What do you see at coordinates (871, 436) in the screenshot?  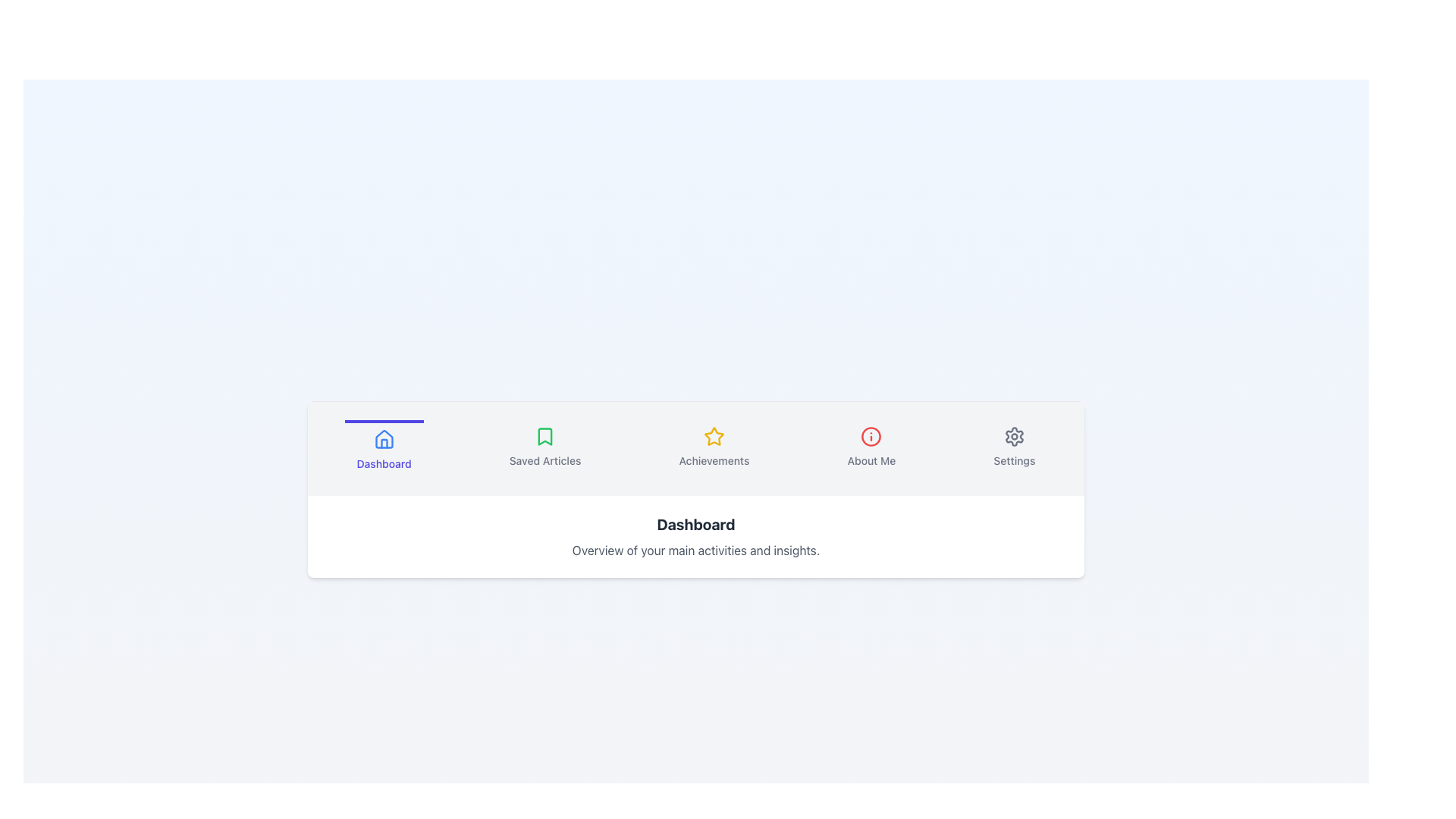 I see `the SVG Circle that serves as a visual cue within the 'About Me' navigation icon` at bounding box center [871, 436].